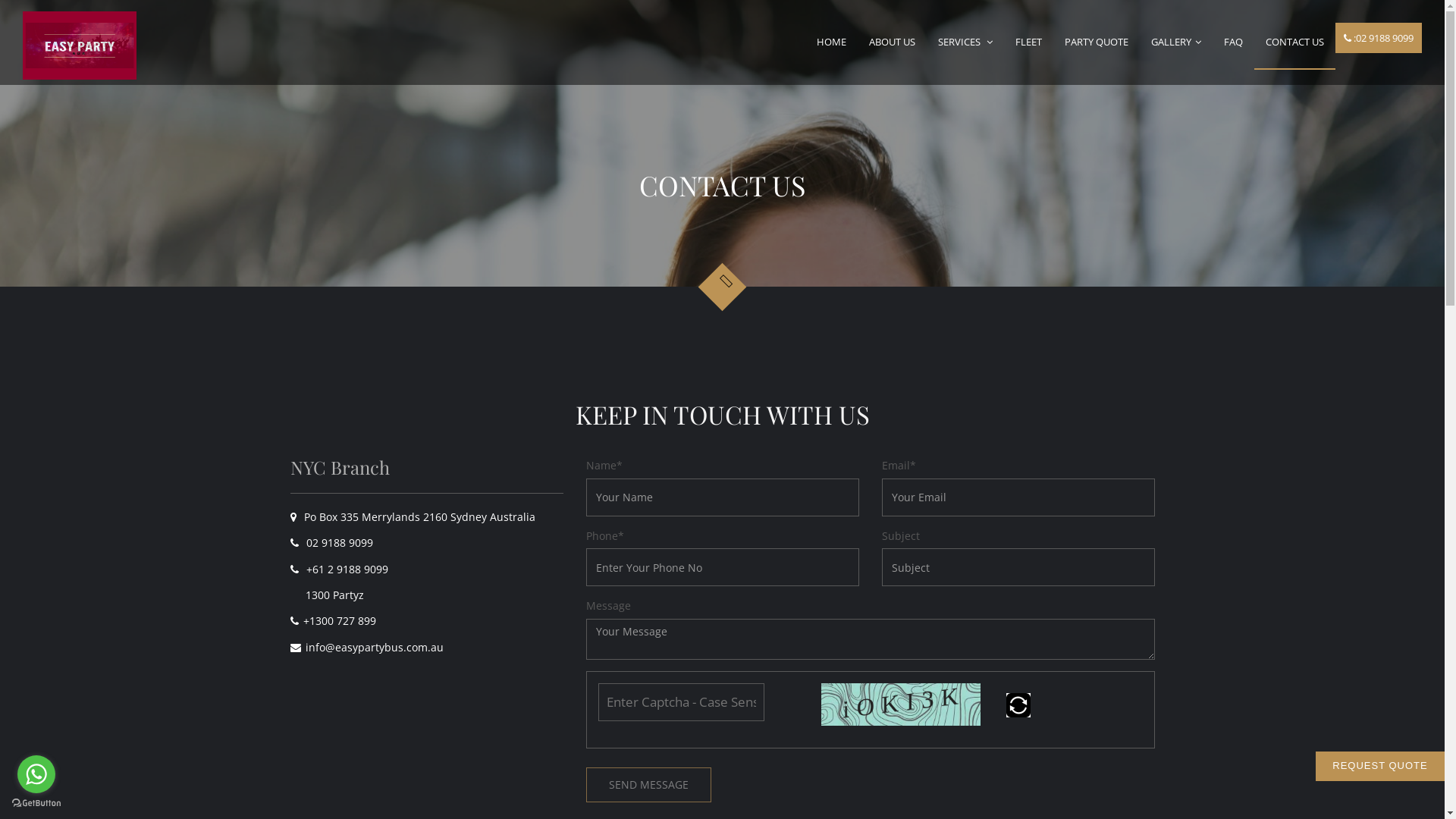 The image size is (1456, 819). I want to click on '1300 Partyz', so click(328, 594).